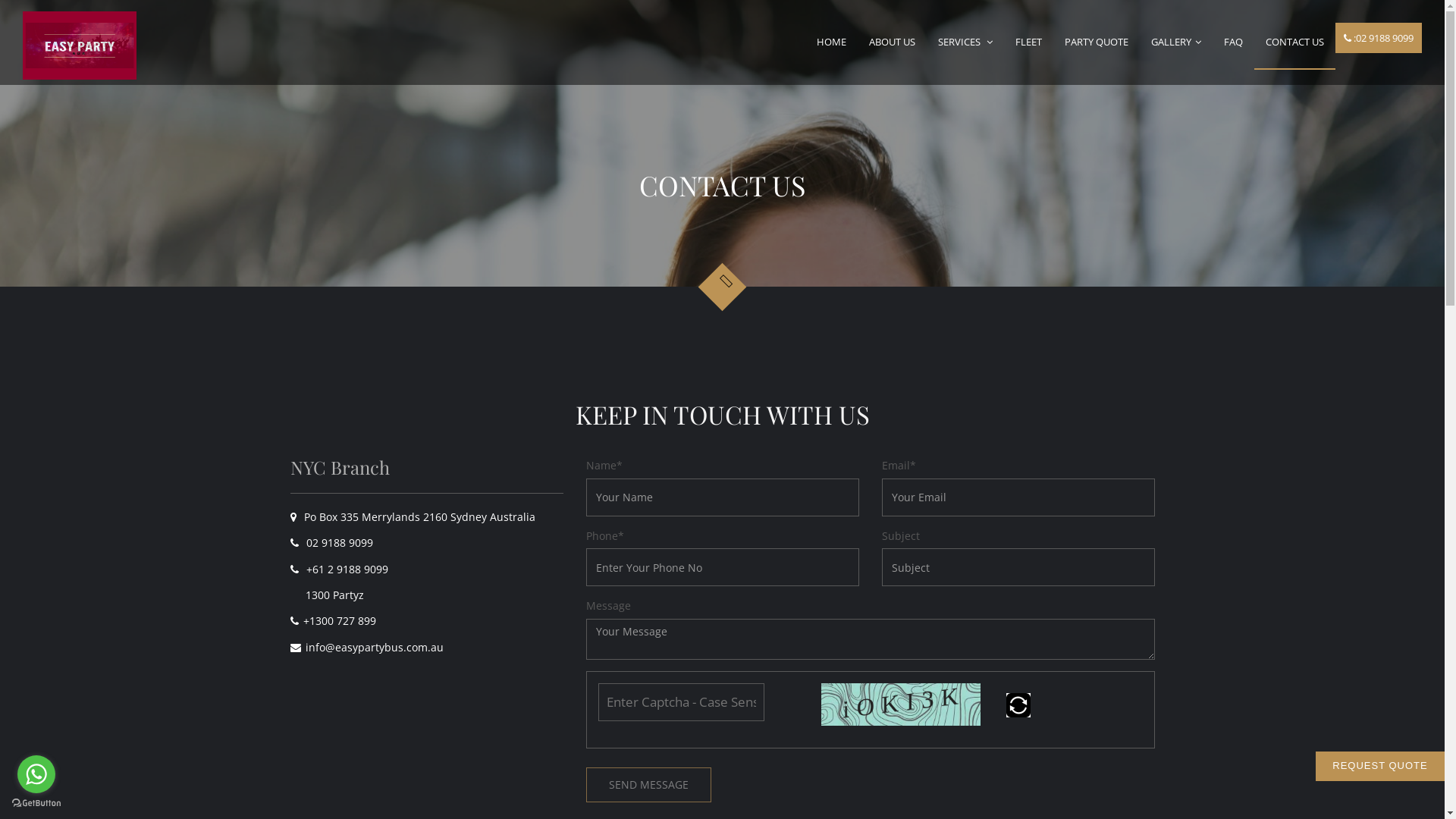 The image size is (1456, 819). I want to click on '1300 Partyz', so click(328, 594).